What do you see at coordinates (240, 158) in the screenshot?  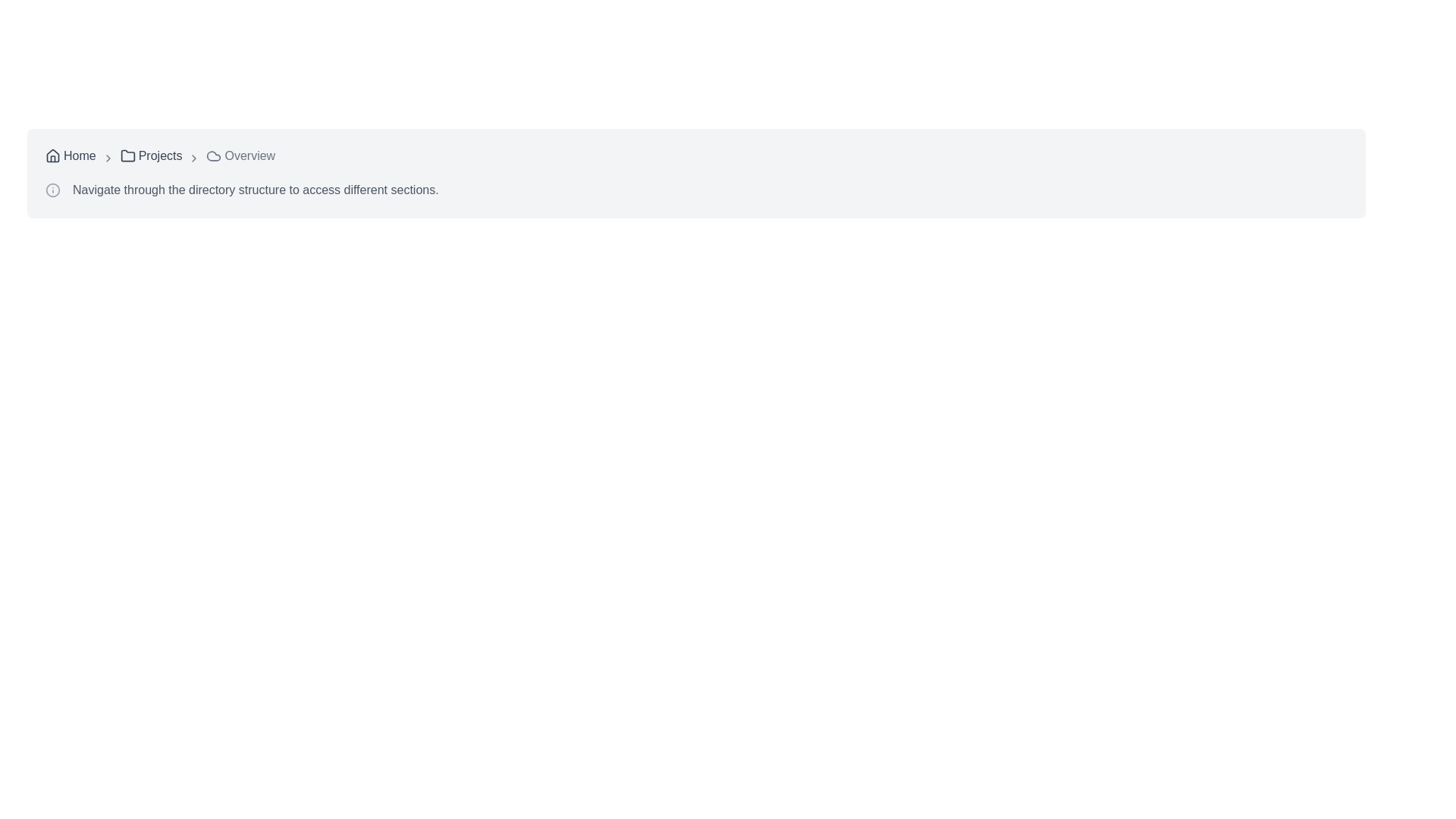 I see `the 'Overview' static text label with a cloud-shaped icon in the breadcrumb navigation bar` at bounding box center [240, 158].